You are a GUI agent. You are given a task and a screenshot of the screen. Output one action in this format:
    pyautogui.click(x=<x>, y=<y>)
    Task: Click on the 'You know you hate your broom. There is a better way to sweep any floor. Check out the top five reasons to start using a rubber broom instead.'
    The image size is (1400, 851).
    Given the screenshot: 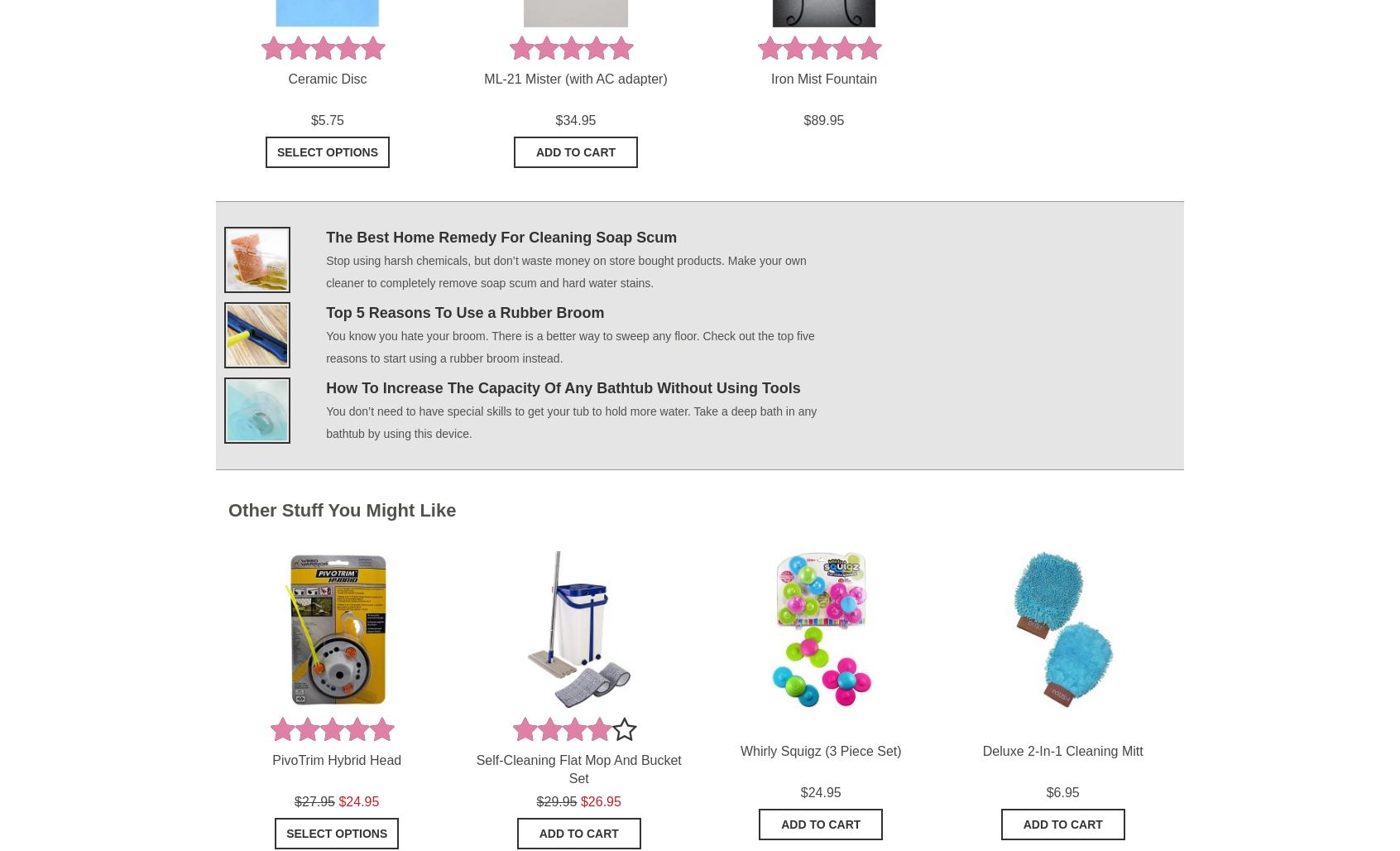 What is the action you would take?
    pyautogui.click(x=569, y=346)
    